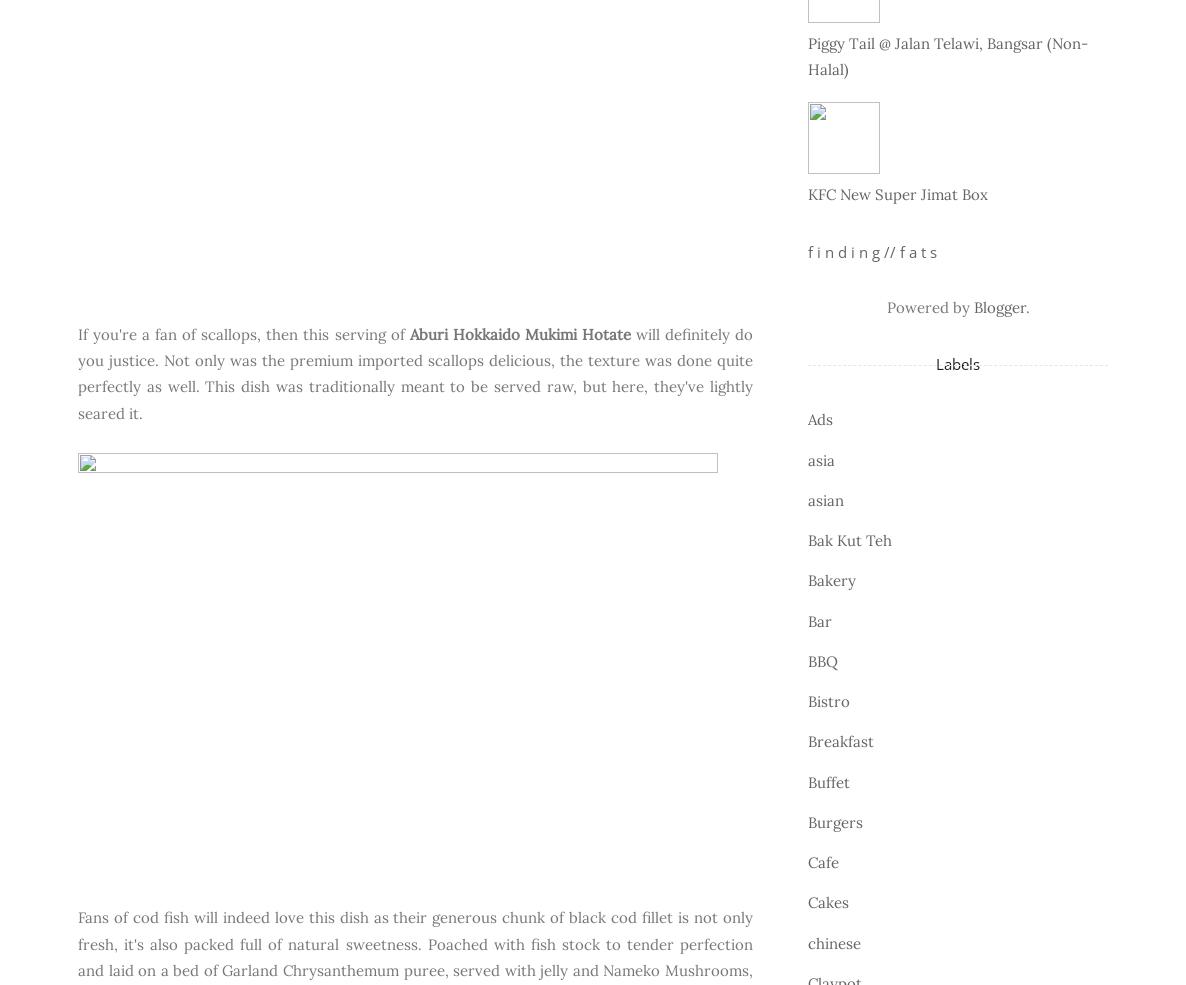 The width and height of the screenshot is (1186, 985). What do you see at coordinates (808, 861) in the screenshot?
I see `'Cafe'` at bounding box center [808, 861].